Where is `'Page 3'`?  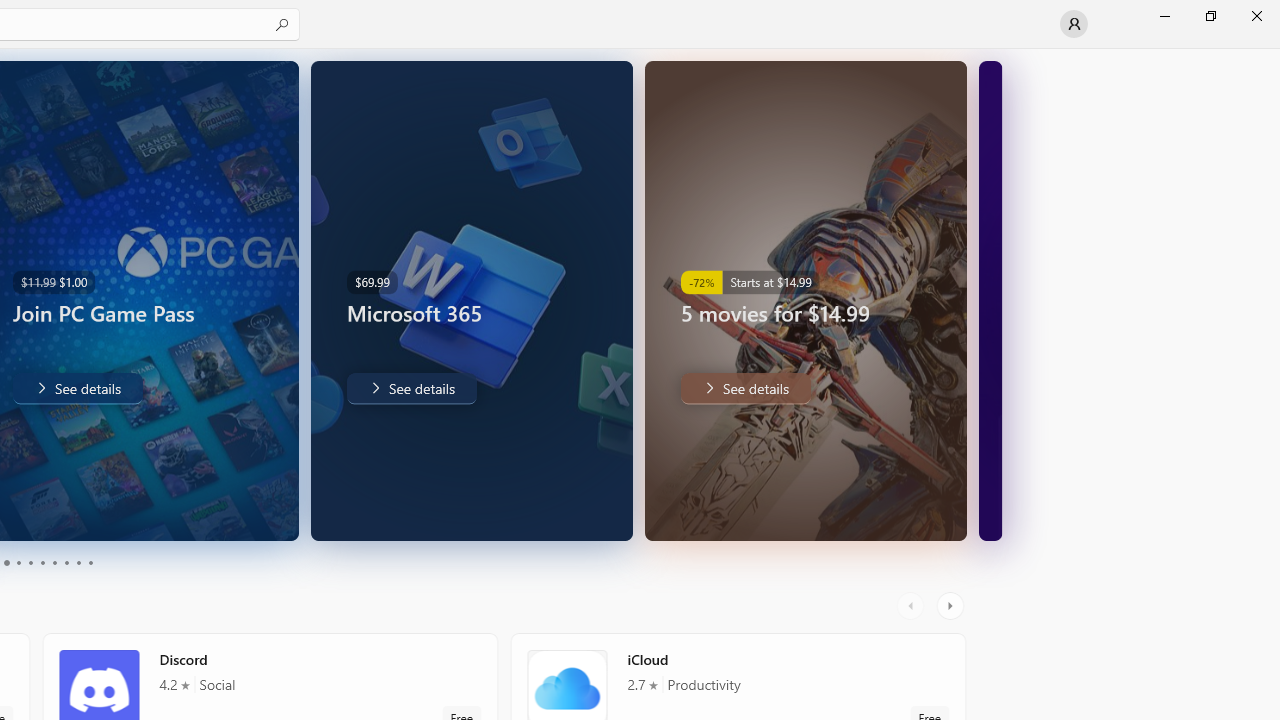 'Page 3' is located at coordinates (5, 563).